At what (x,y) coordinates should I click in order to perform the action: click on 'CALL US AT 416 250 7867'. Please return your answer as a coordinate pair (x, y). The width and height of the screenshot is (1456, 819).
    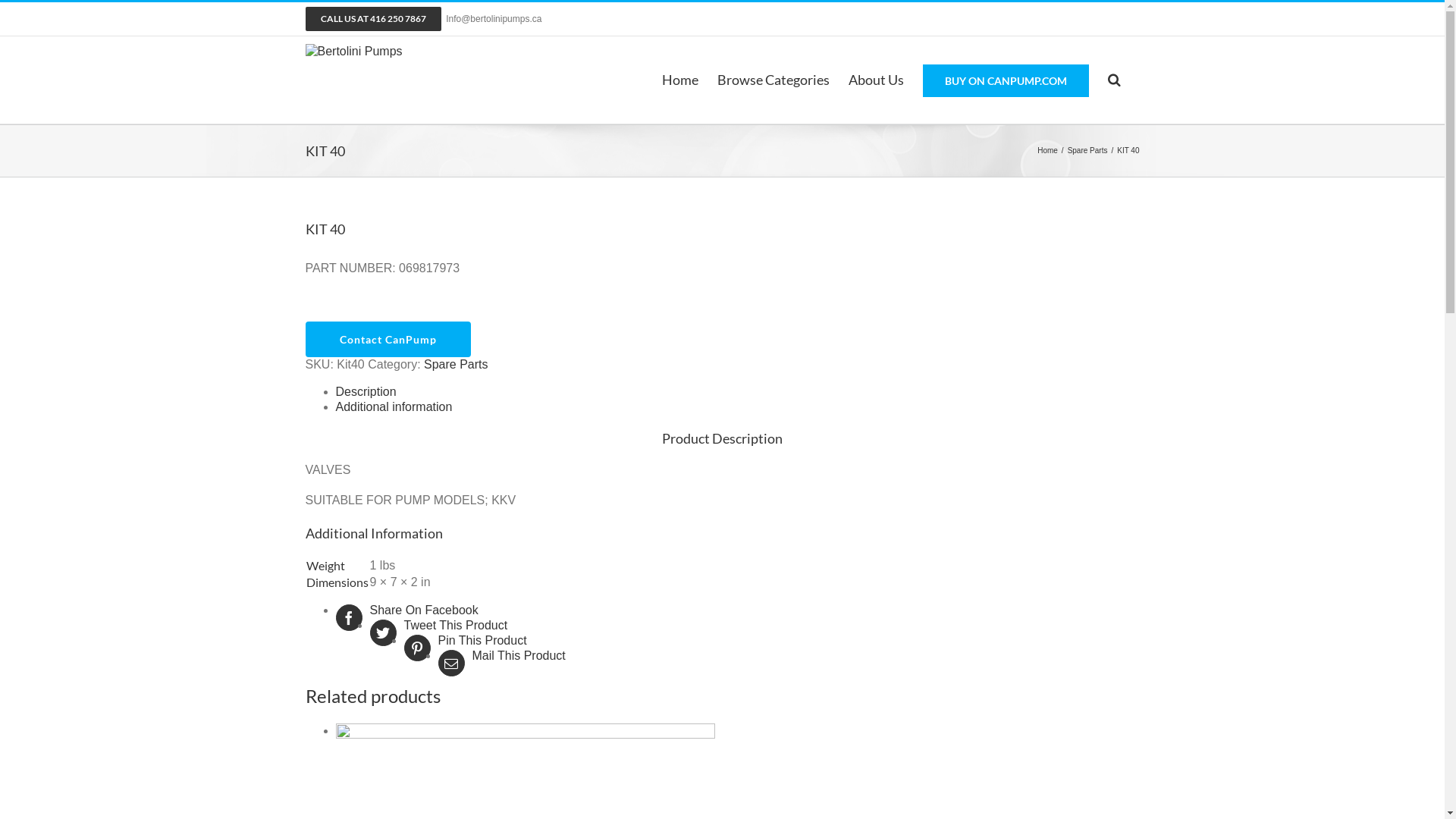
    Looking at the image, I should click on (304, 18).